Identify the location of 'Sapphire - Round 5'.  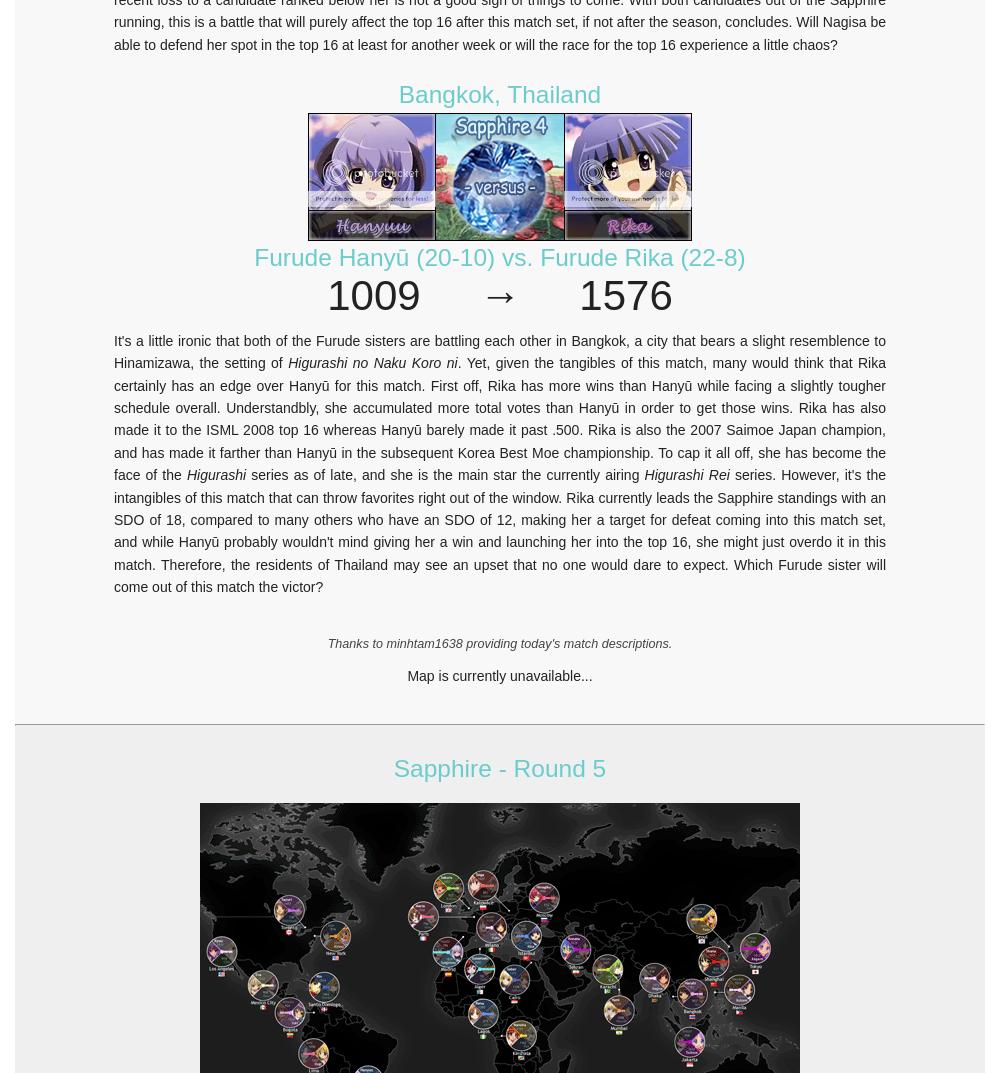
(393, 767).